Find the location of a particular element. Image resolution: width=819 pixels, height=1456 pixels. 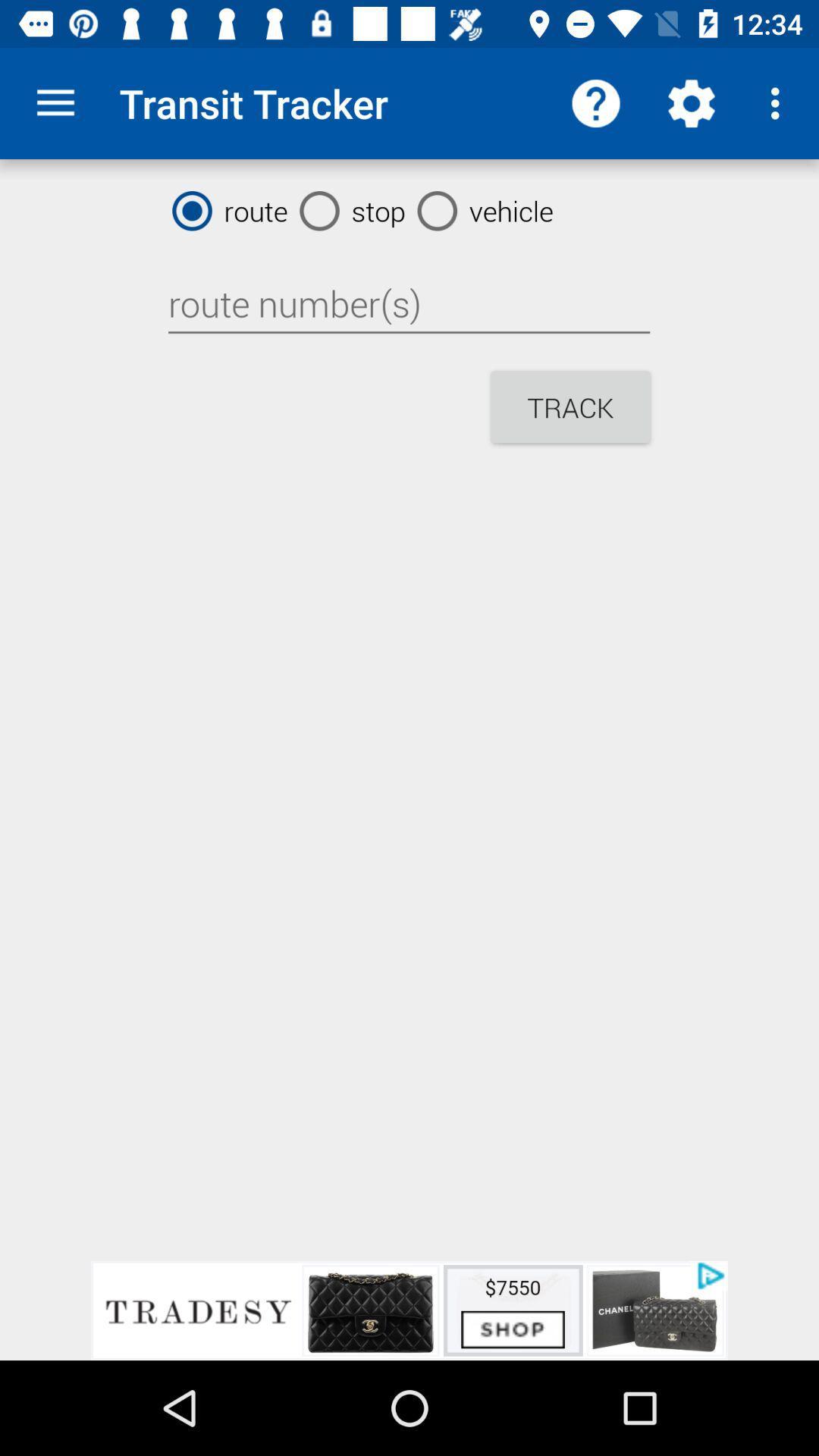

the route numbers is located at coordinates (408, 303).